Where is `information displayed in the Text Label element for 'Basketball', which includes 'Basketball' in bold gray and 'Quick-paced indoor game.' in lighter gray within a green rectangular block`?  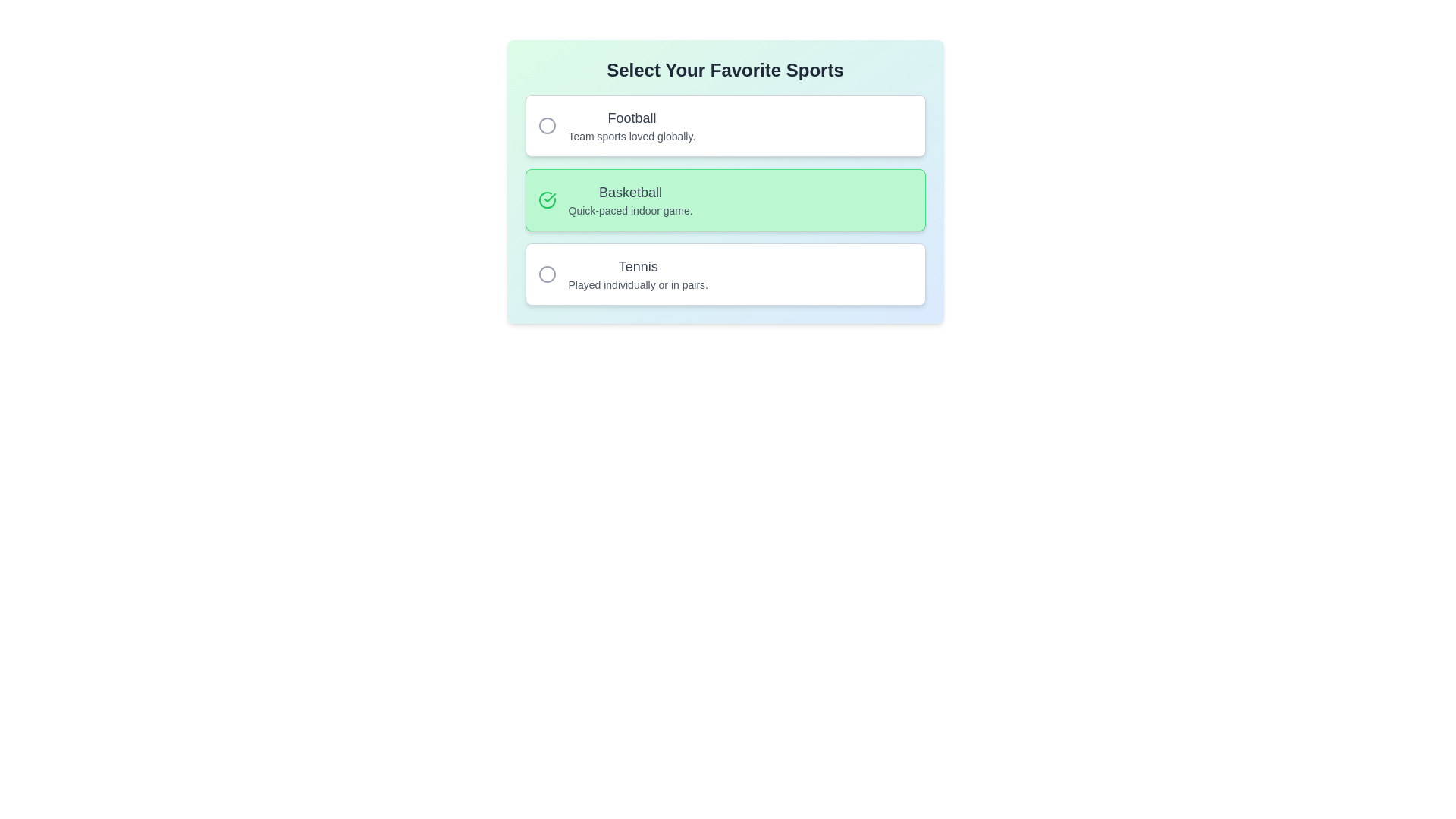 information displayed in the Text Label element for 'Basketball', which includes 'Basketball' in bold gray and 'Quick-paced indoor game.' in lighter gray within a green rectangular block is located at coordinates (630, 199).